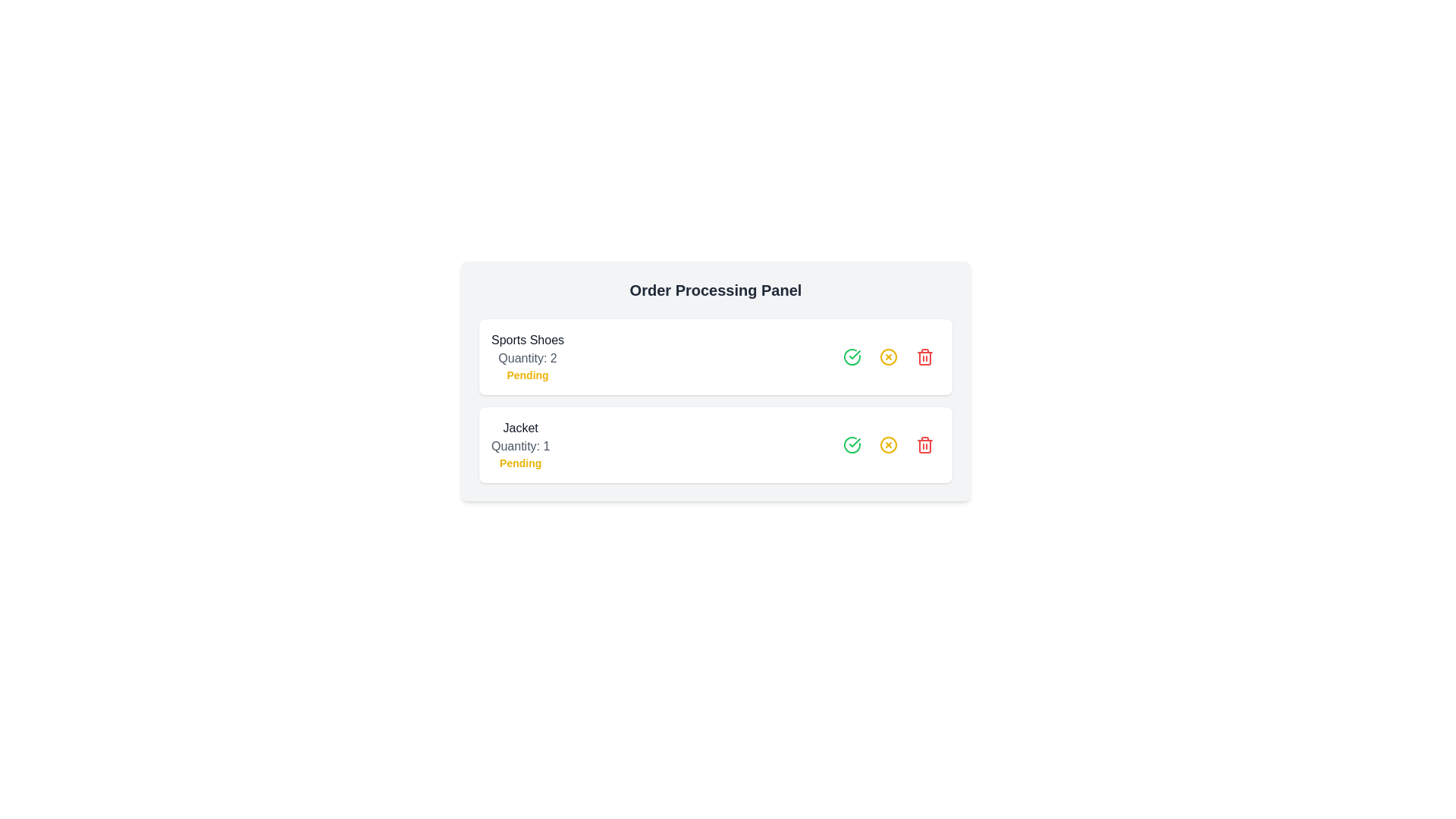 The width and height of the screenshot is (1456, 819). I want to click on the status text indicating that the 'Jacket' order is currently pending action or approval, located directly under the 'Quantity: 1' label in the order list, so click(520, 462).